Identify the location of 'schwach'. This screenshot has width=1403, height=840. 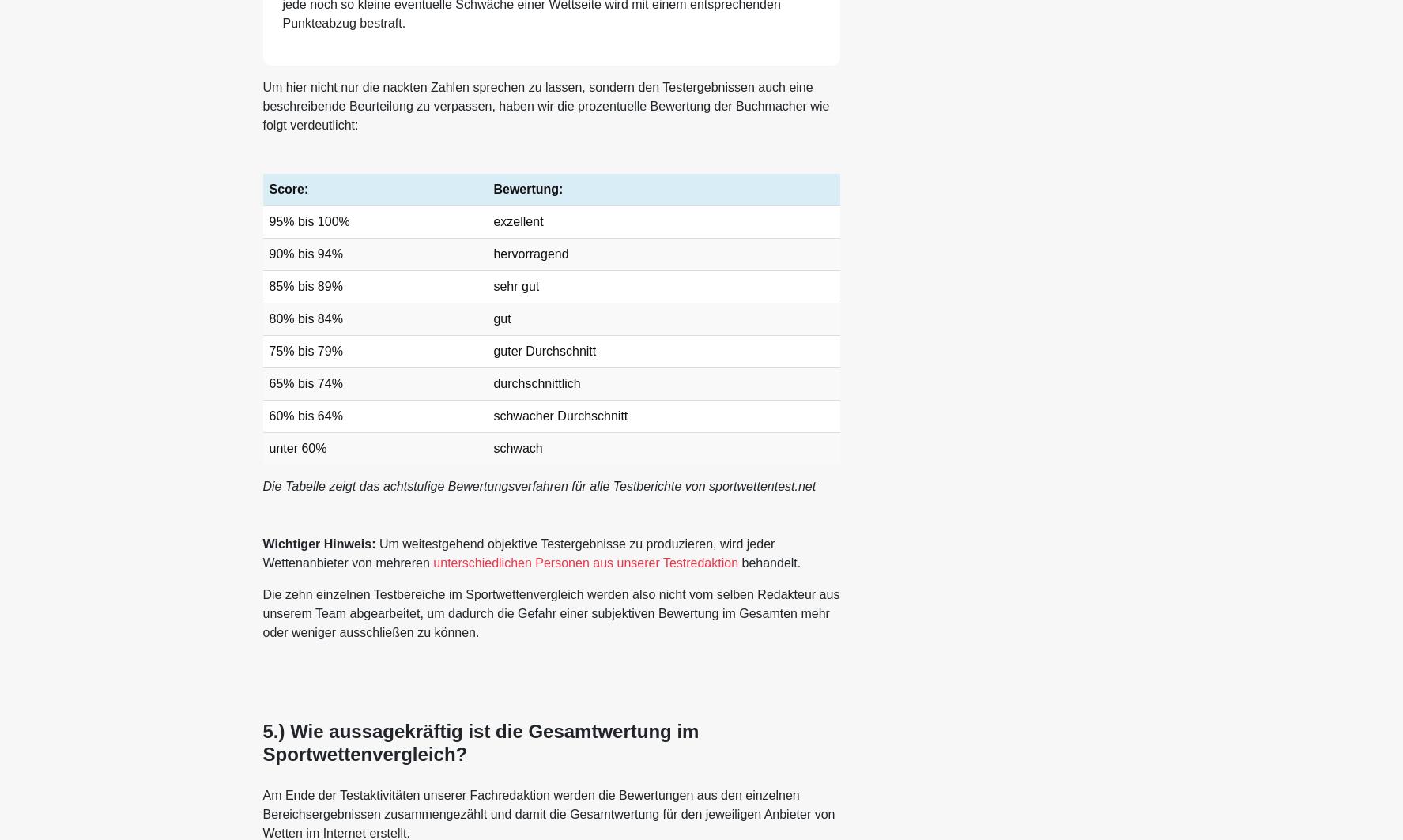
(516, 447).